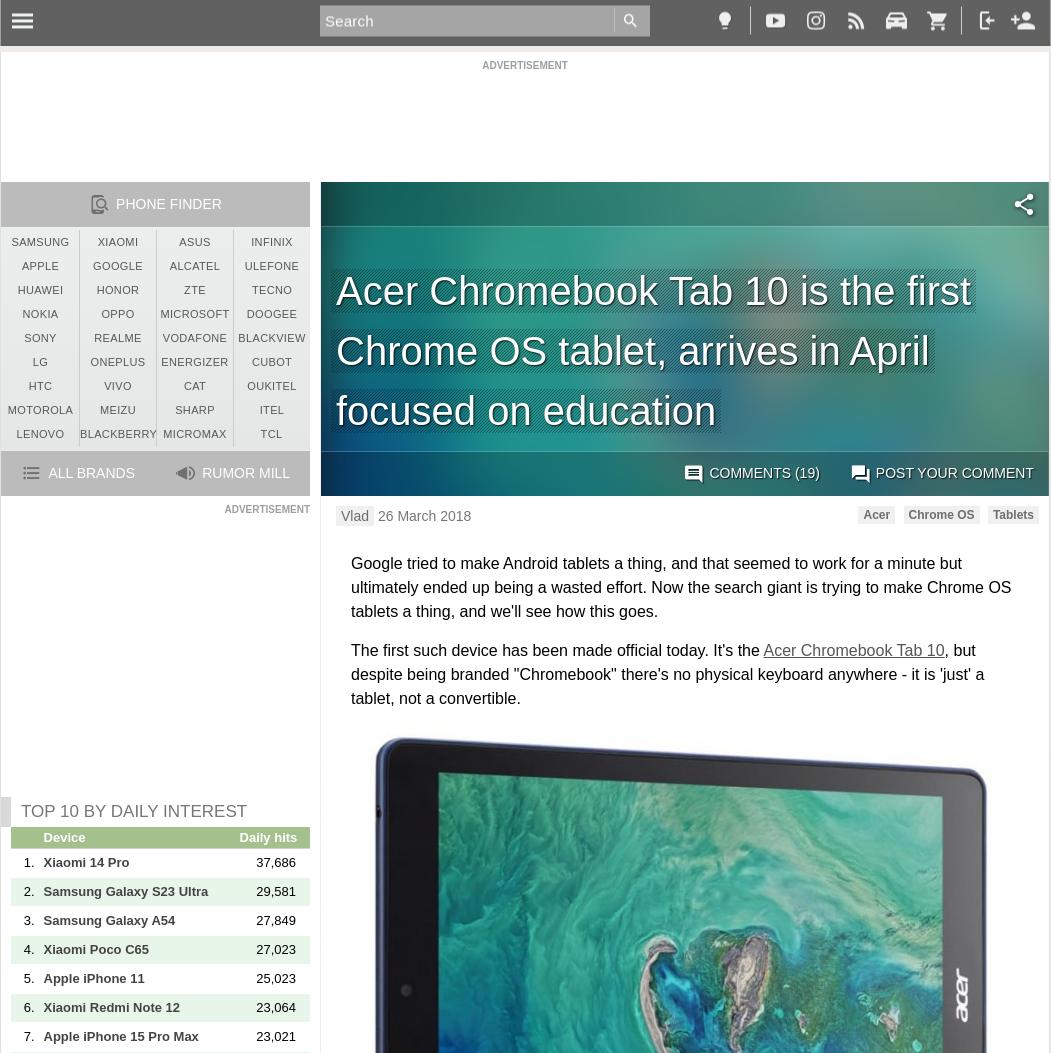 The width and height of the screenshot is (1051, 1053). Describe the element at coordinates (246, 472) in the screenshot. I see `'Rumor mill'` at that location.